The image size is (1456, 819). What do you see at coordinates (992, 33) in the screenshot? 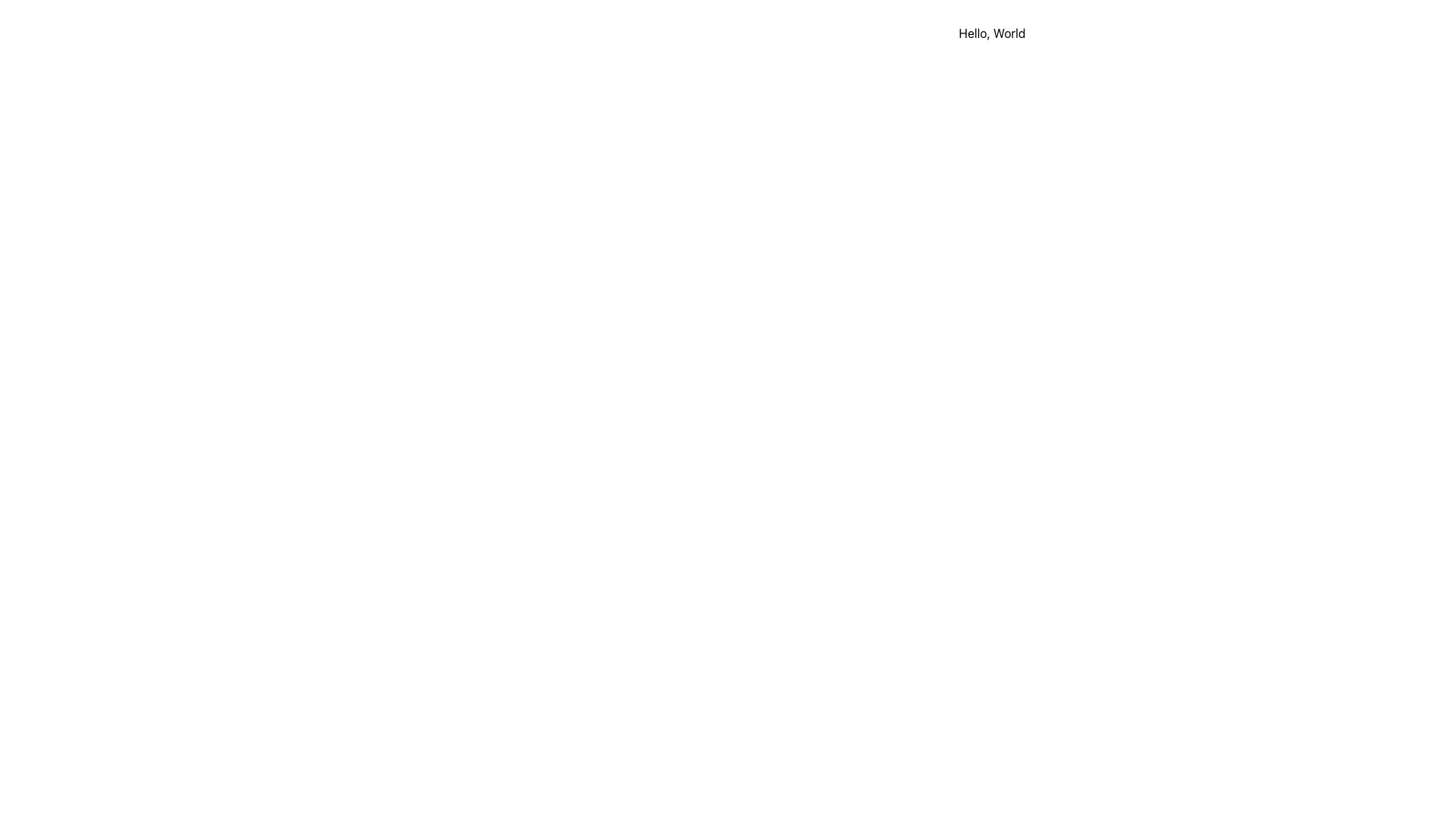
I see `the textual element displaying the phrase 'Hello, World' in a sans-serif font and black color, located near the top of a white background interface` at bounding box center [992, 33].